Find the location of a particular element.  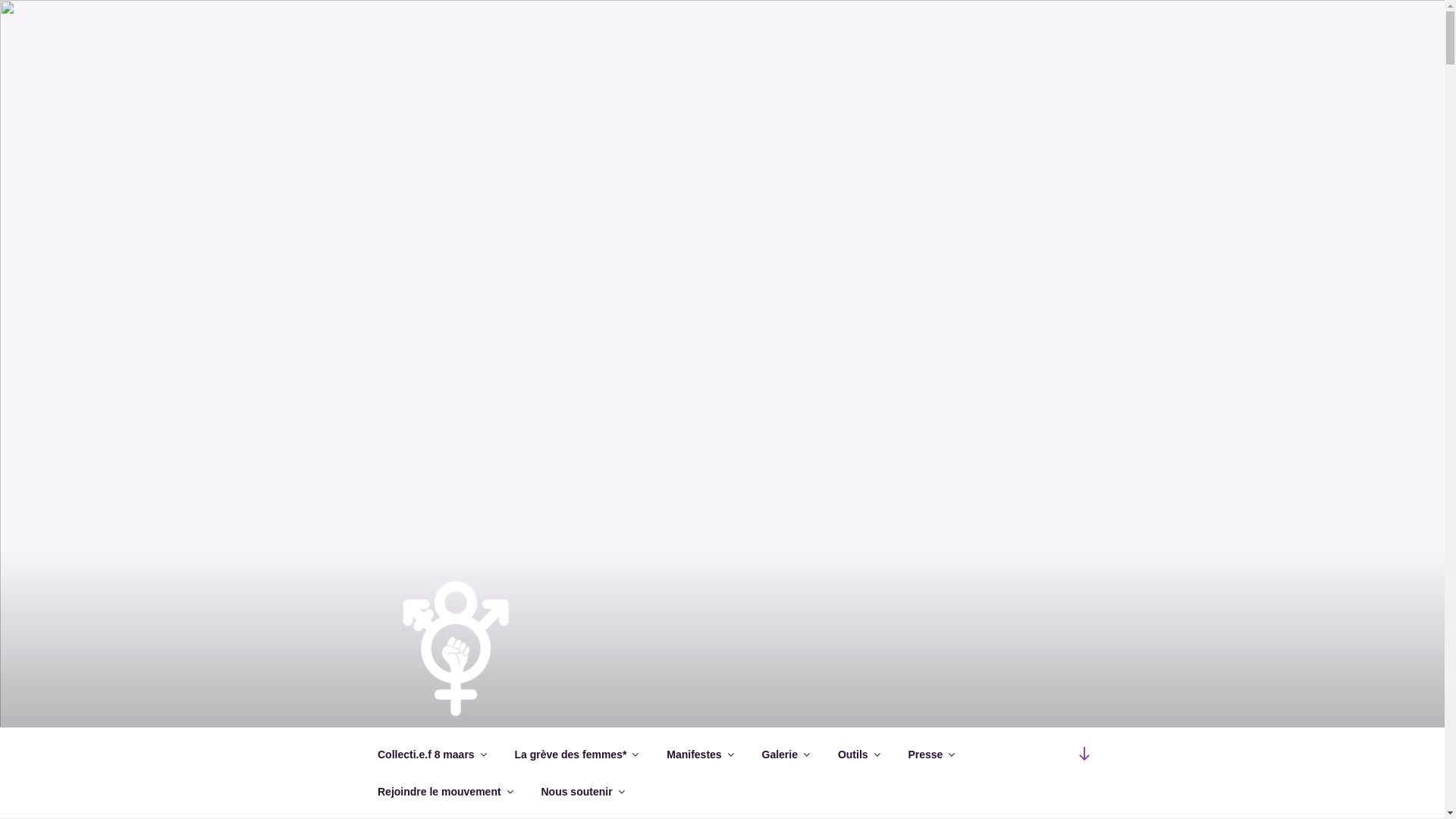

'COLLECTI.E.F 8 MAARS' is located at coordinates (378, 745).